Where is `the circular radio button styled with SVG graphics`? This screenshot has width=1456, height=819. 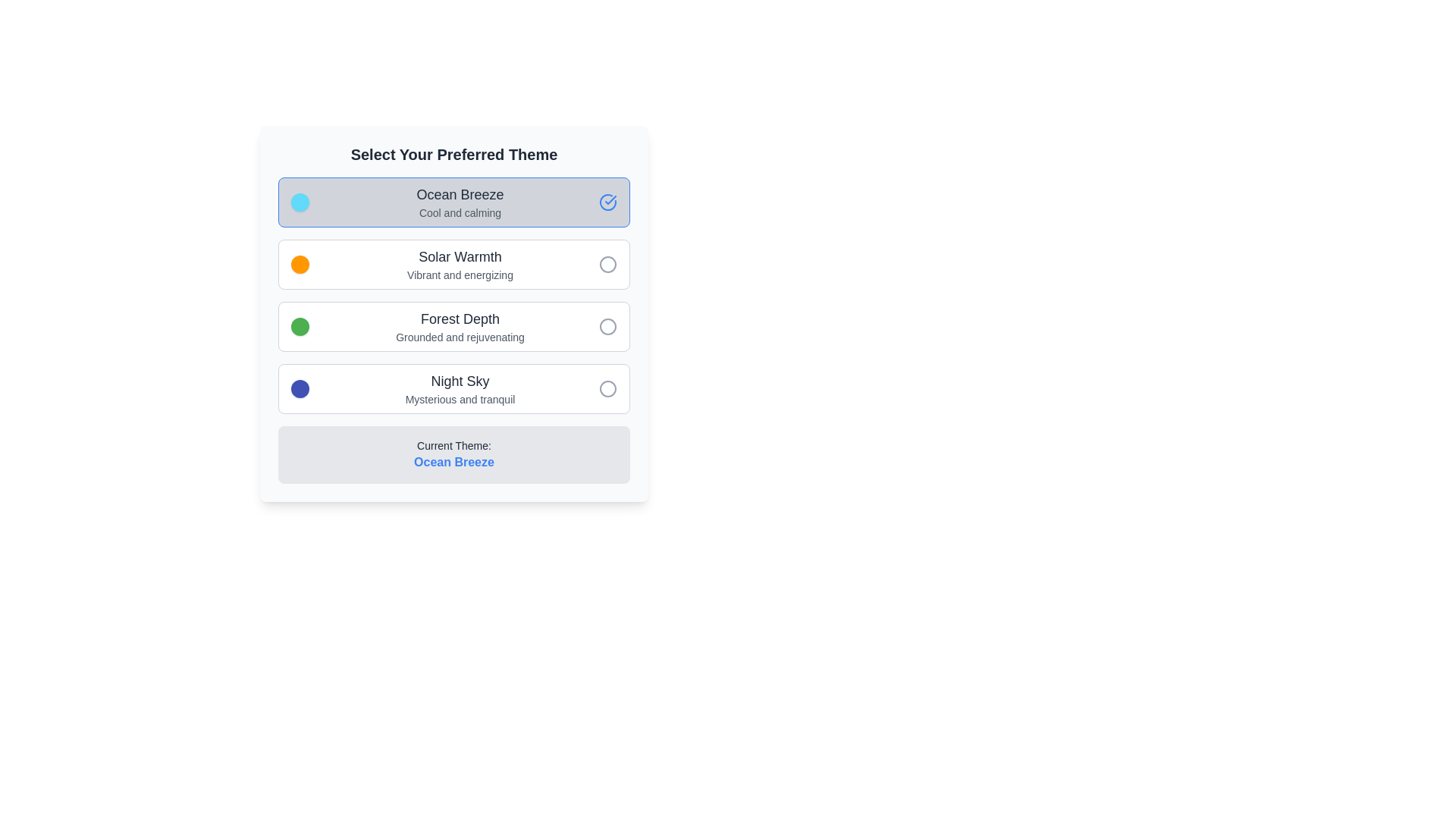 the circular radio button styled with SVG graphics is located at coordinates (607, 326).